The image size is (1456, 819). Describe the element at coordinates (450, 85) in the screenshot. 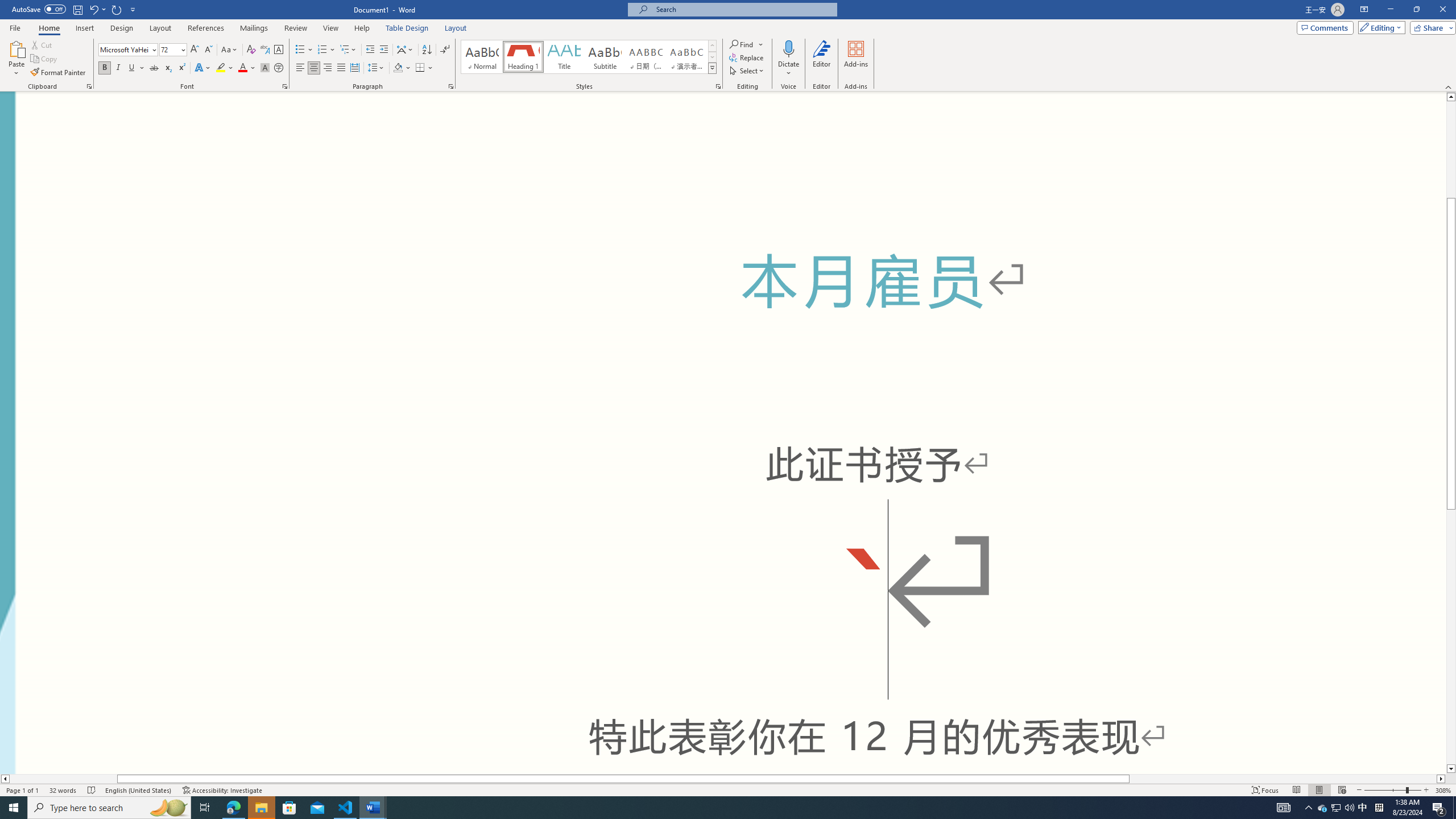

I see `'Paragraph...'` at that location.